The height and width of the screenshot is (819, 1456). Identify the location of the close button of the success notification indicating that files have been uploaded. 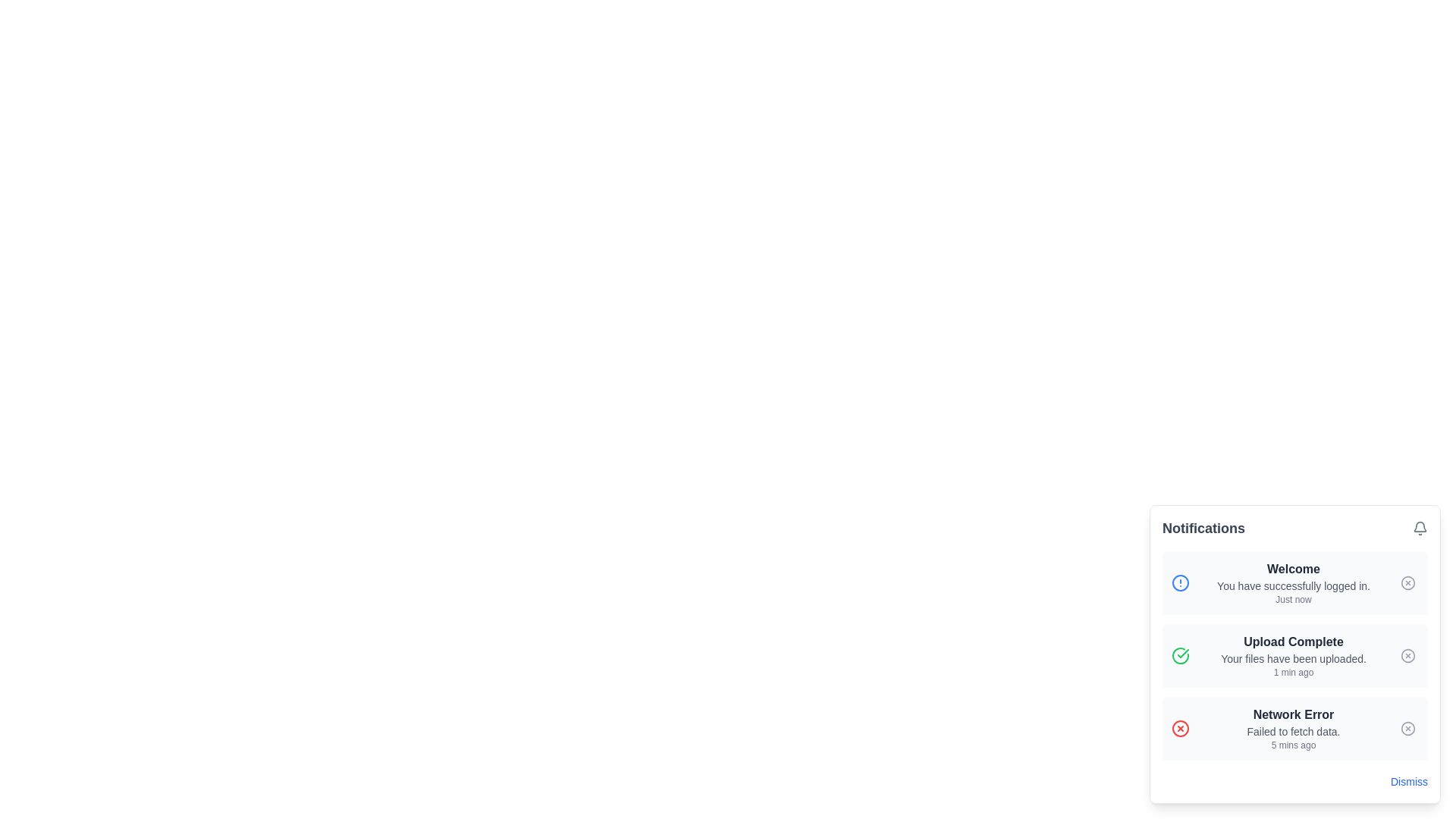
(1294, 654).